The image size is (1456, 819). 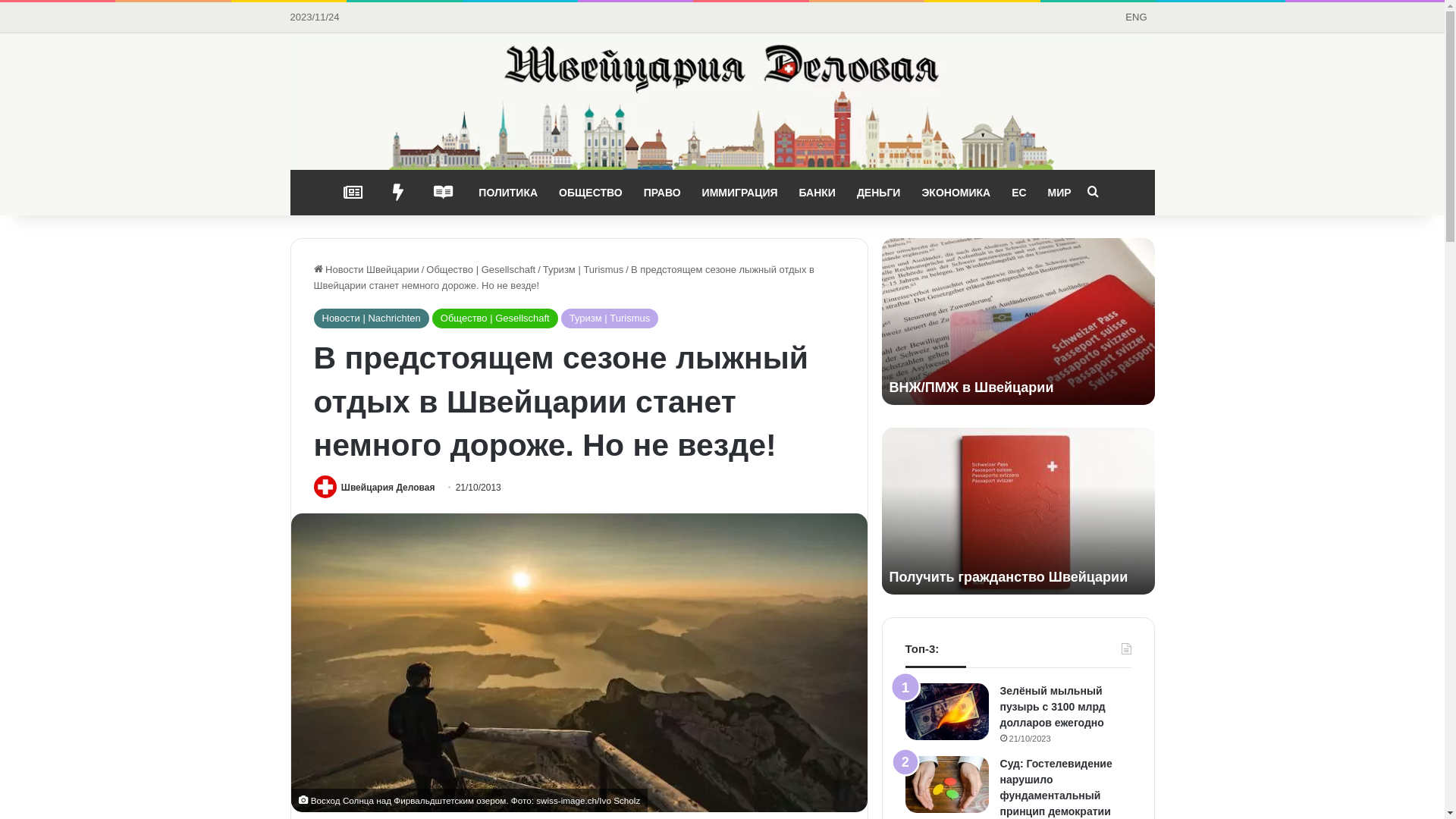 What do you see at coordinates (1135, 17) in the screenshot?
I see `'ENG'` at bounding box center [1135, 17].